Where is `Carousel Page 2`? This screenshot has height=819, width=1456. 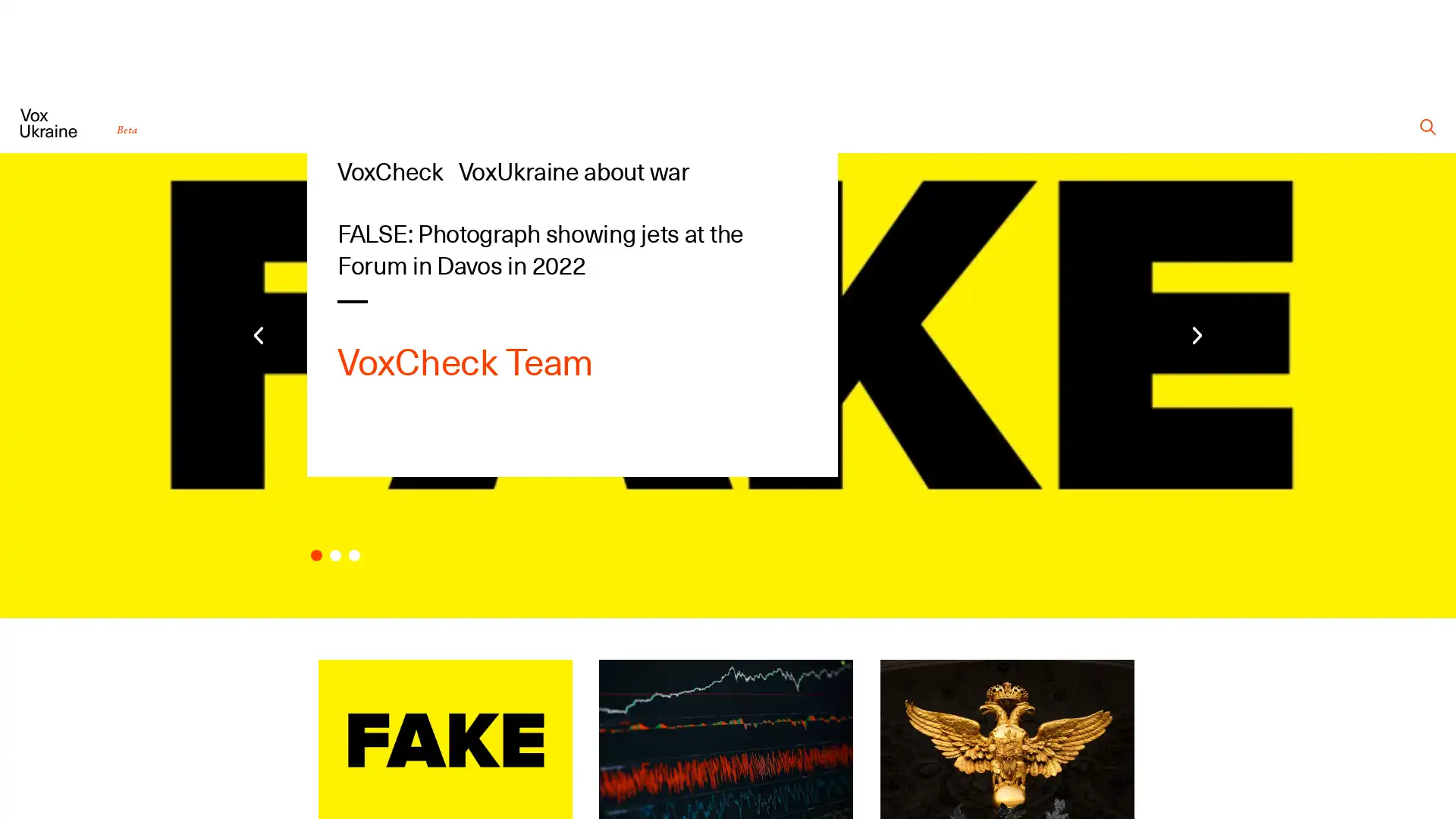
Carousel Page 2 is located at coordinates (334, 610).